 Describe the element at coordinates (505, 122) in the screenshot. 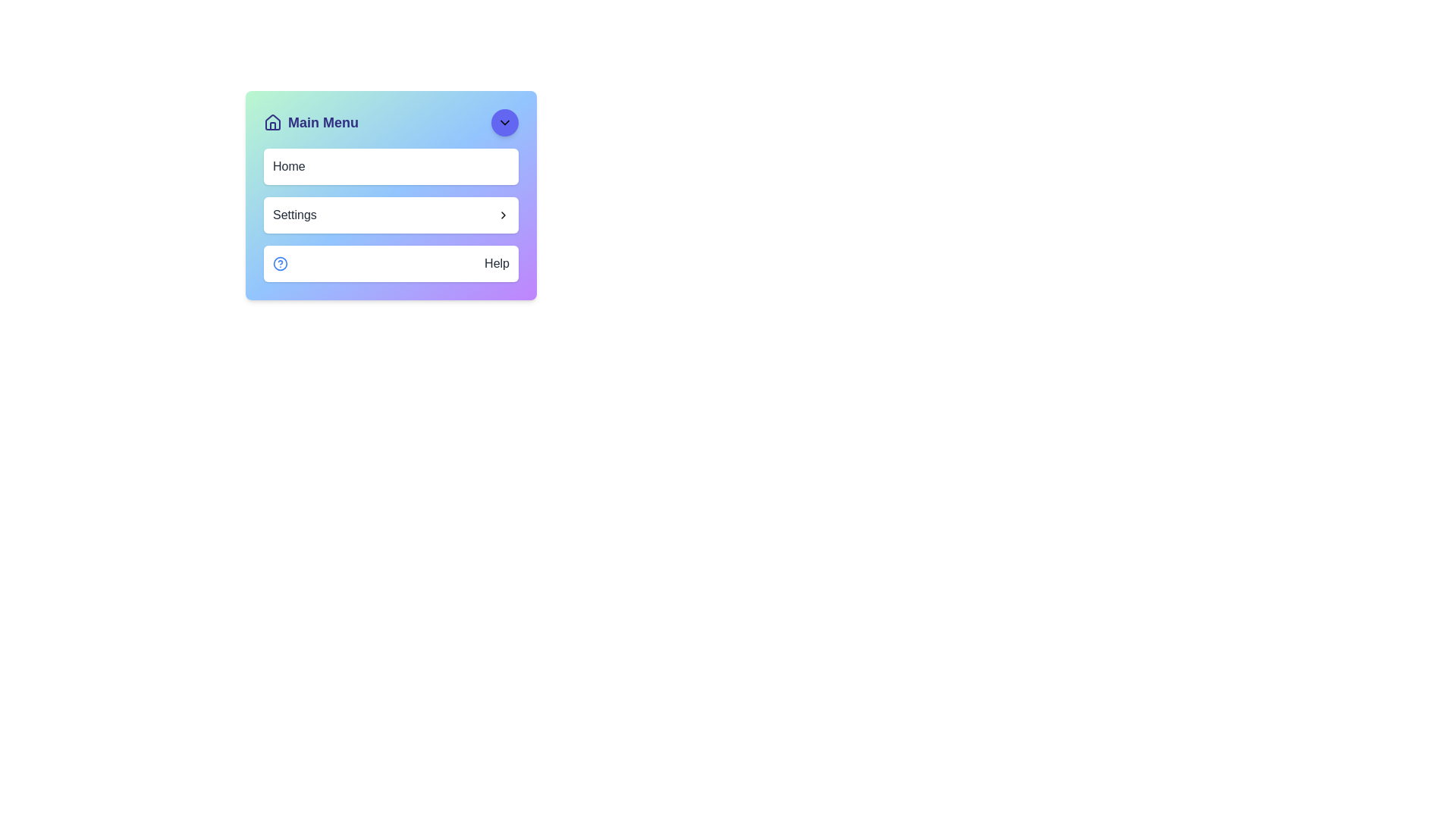

I see `the chevron icon, which is located within a circular button towards the top-right area of the main UI menu, adjacent to the 'Main Menu' label` at that location.